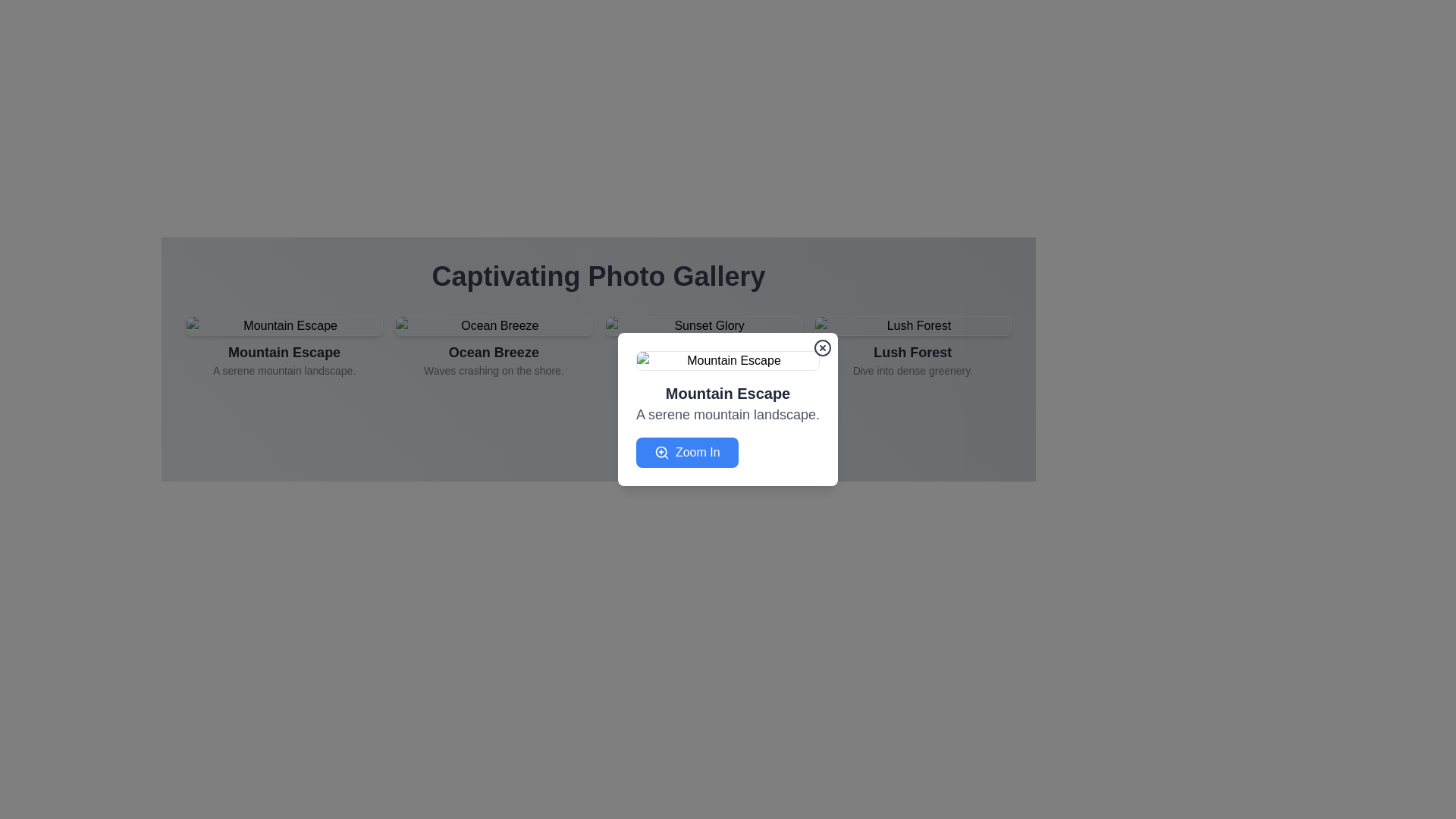 This screenshot has width=1456, height=819. Describe the element at coordinates (912, 359) in the screenshot. I see `information presented in the 'Lush Forest' text block located at the top-right corner of the layout` at that location.